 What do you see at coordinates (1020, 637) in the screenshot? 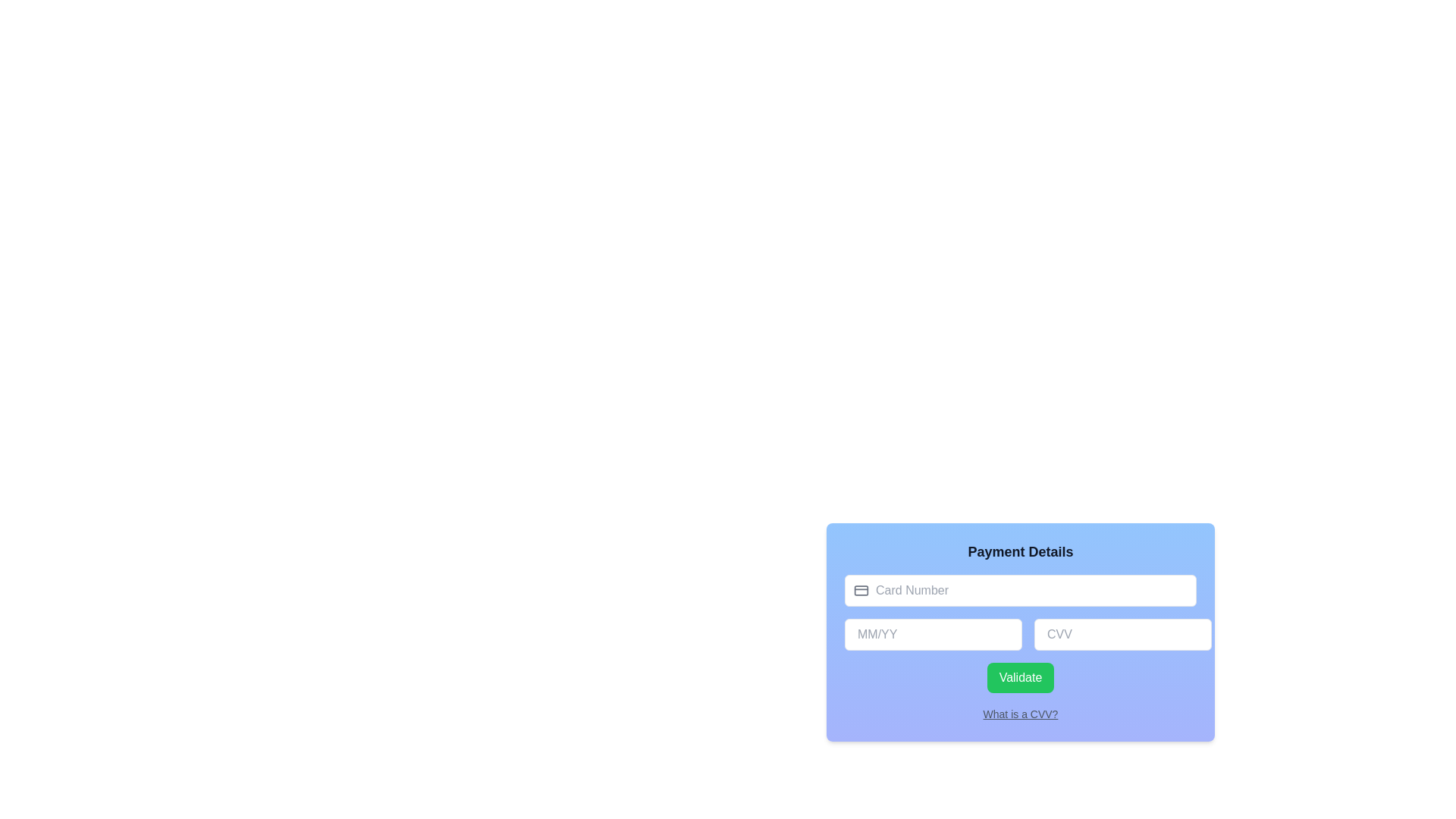
I see `the text input field that accepts date or expiry input, indicated by the placeholder text 'MM/YY', to focus on it` at bounding box center [1020, 637].